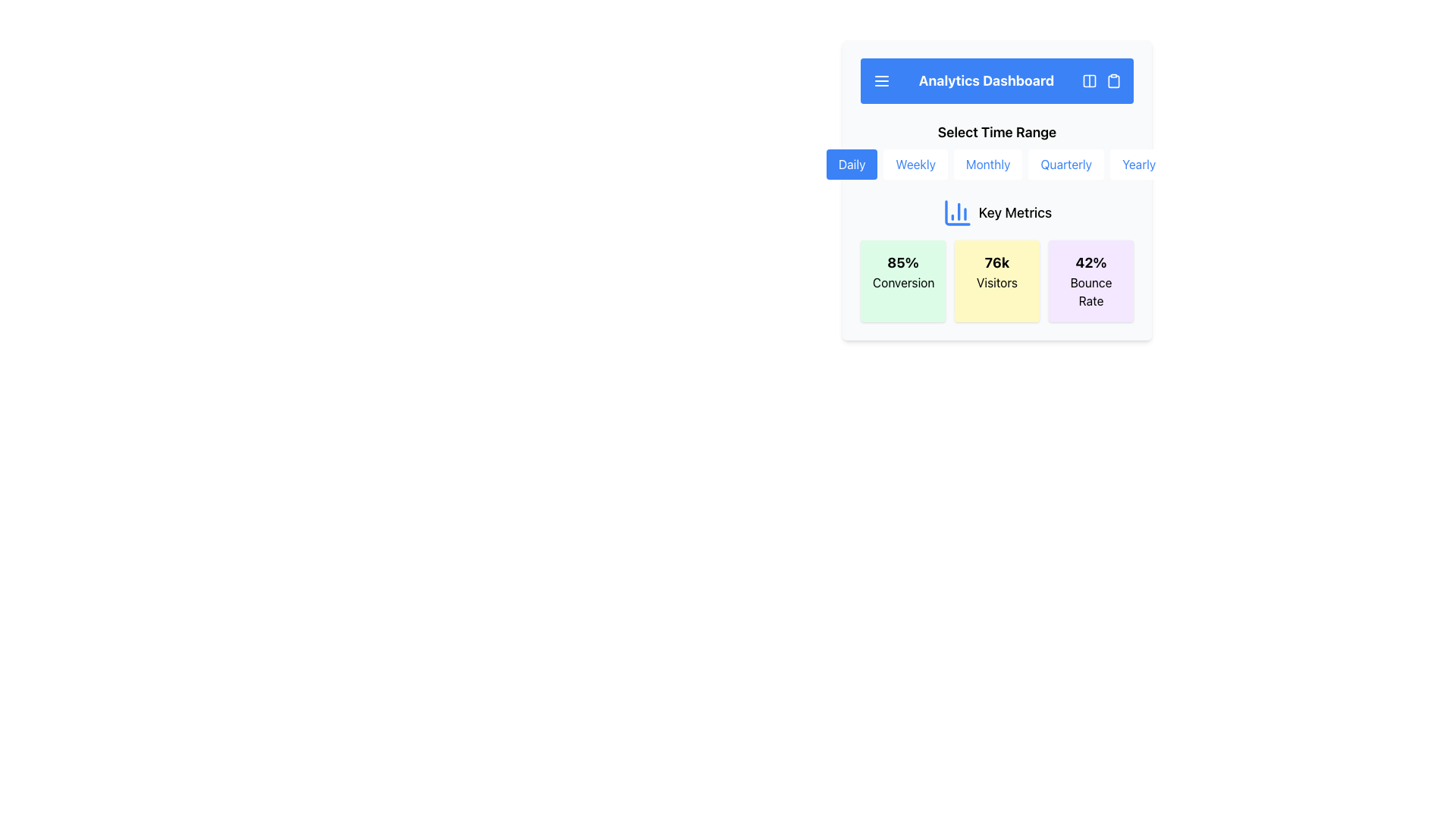 The image size is (1456, 819). I want to click on the bold text label displaying 'Analytics Dashboard' in the blue header bar, so click(986, 81).